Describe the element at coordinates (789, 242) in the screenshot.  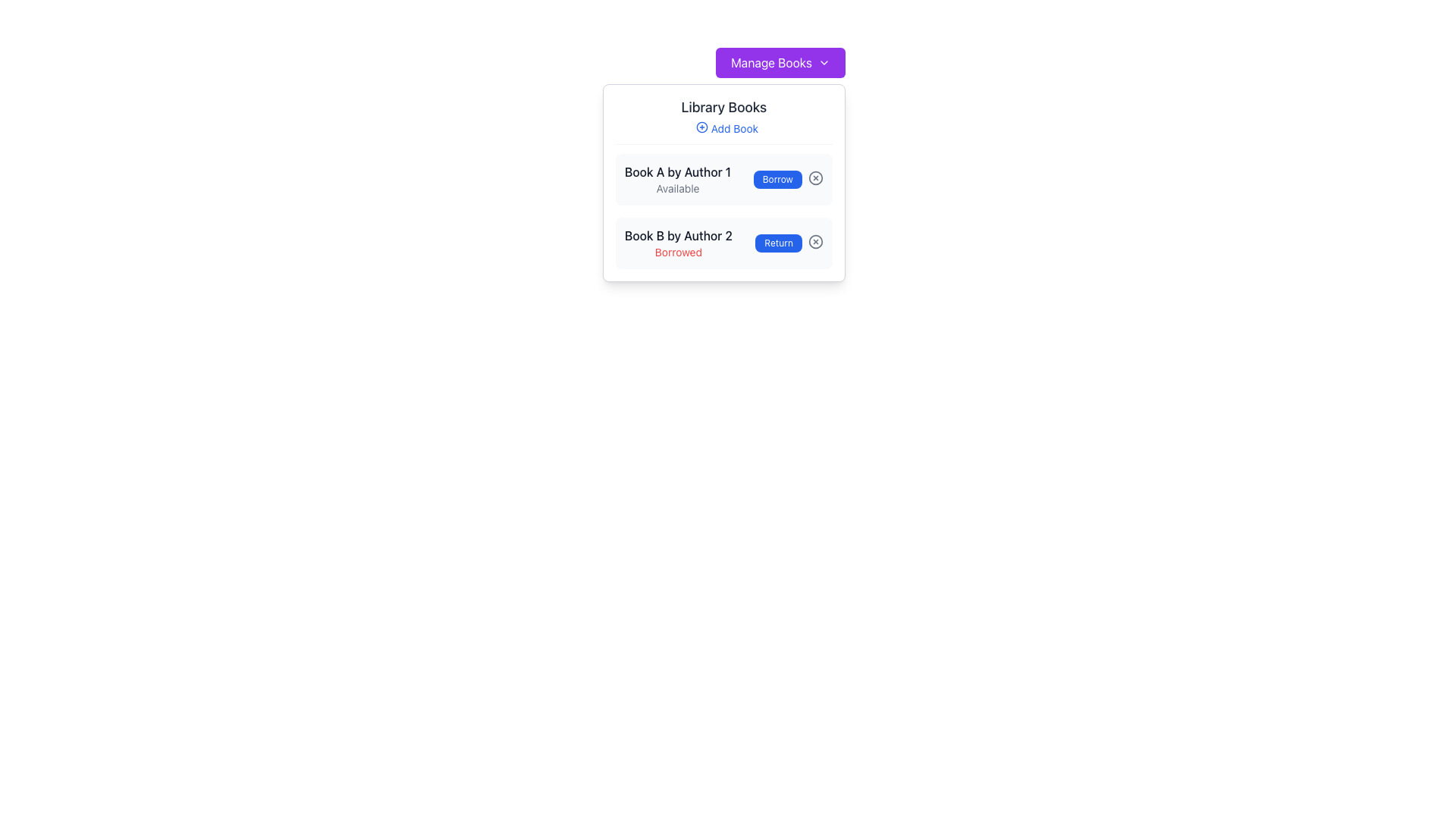
I see `the return button located in the lower card of the interface, which is the second button on the right after the 'Borrowed' label and next to a circular 'X' icon` at that location.